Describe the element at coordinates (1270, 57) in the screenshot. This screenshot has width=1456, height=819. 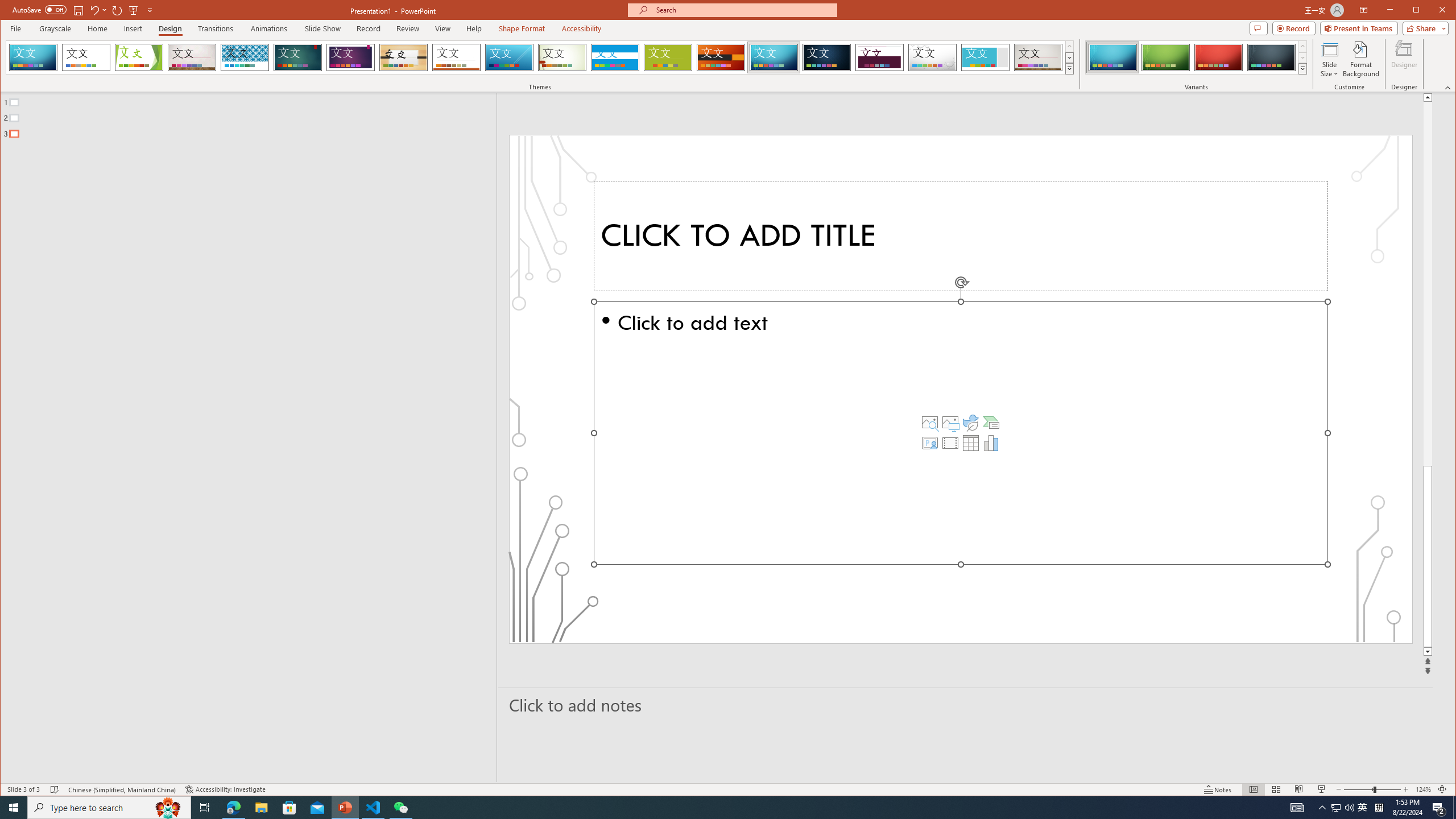
I see `'Circuit Variant 4'` at that location.